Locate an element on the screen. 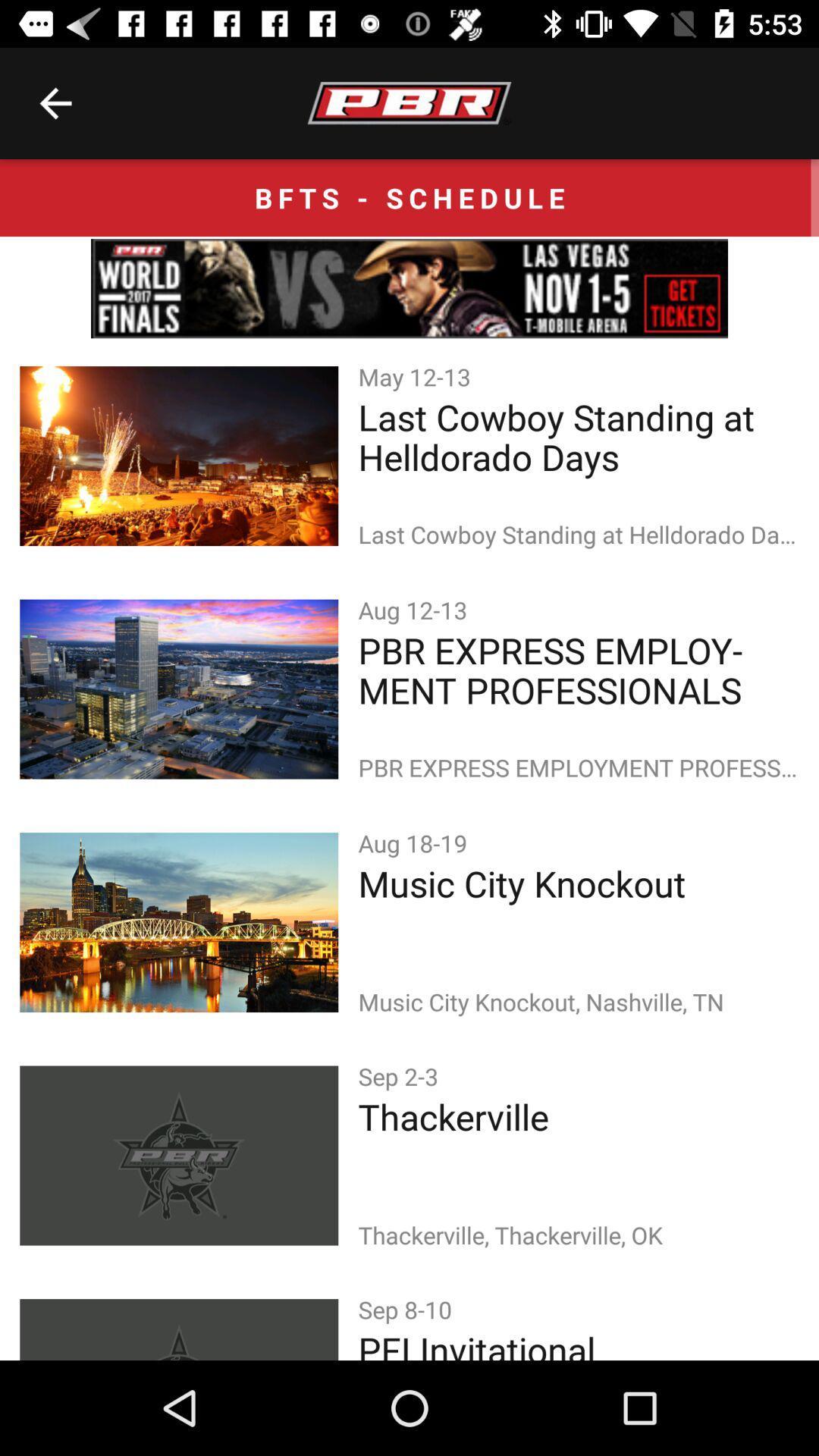 The width and height of the screenshot is (819, 1456). book tickets is located at coordinates (409, 288).